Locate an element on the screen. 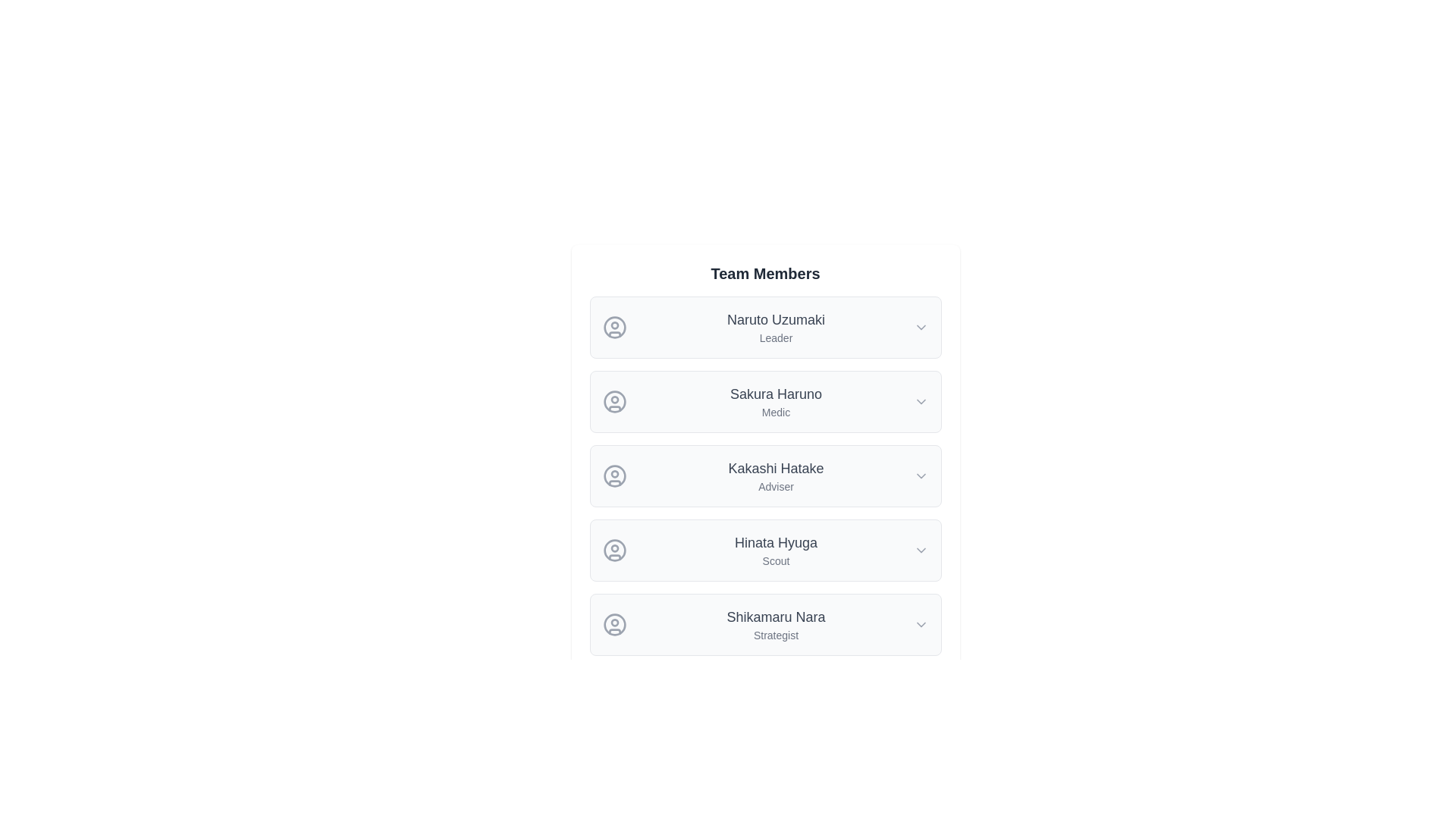 The width and height of the screenshot is (1456, 819). the text label that indicates the role or title of the team member located directly below 'Naruto Uzumaki' in the first item of the vertically ordered list is located at coordinates (776, 337).